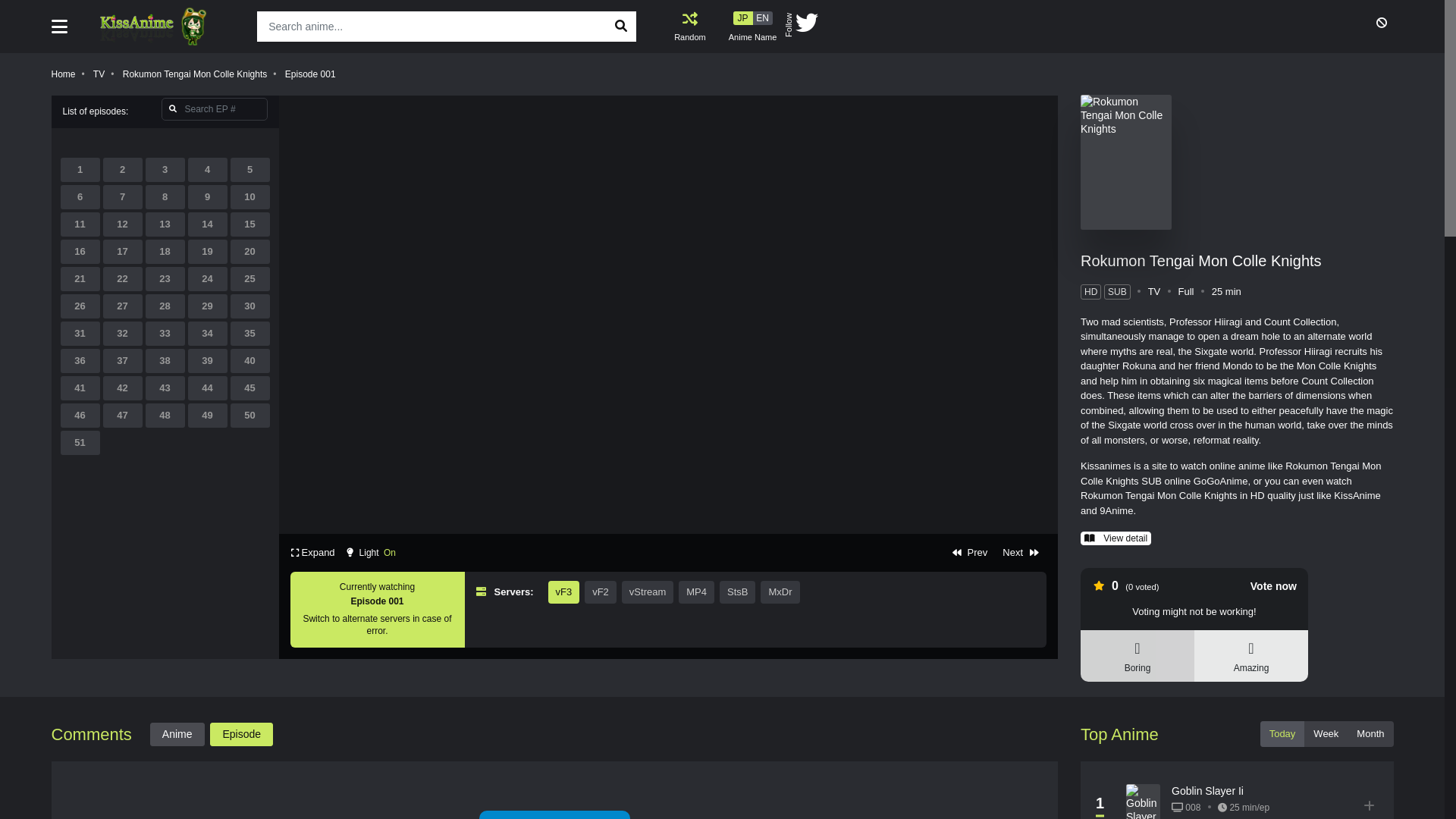 The height and width of the screenshot is (819, 1456). I want to click on '44', so click(206, 388).